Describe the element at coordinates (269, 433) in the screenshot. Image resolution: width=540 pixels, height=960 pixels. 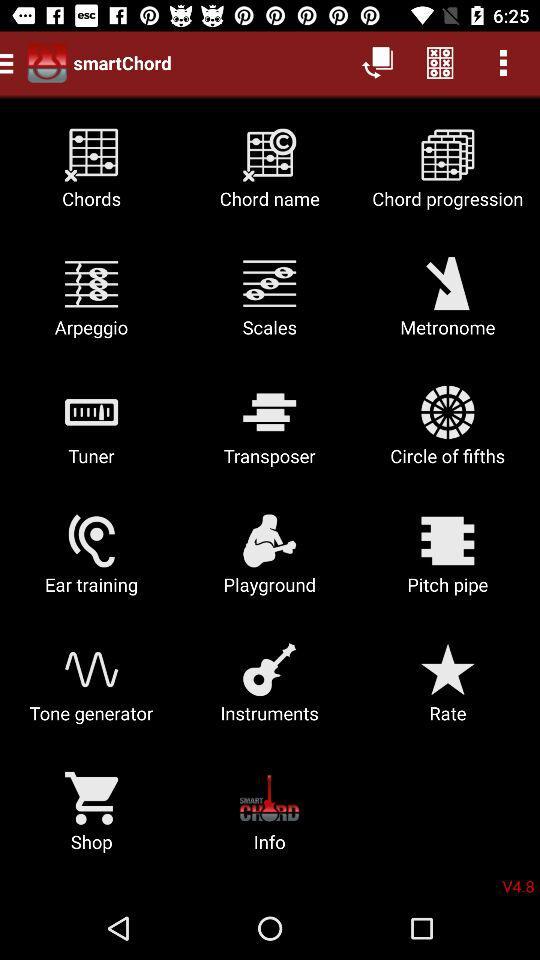
I see `the transposer` at that location.